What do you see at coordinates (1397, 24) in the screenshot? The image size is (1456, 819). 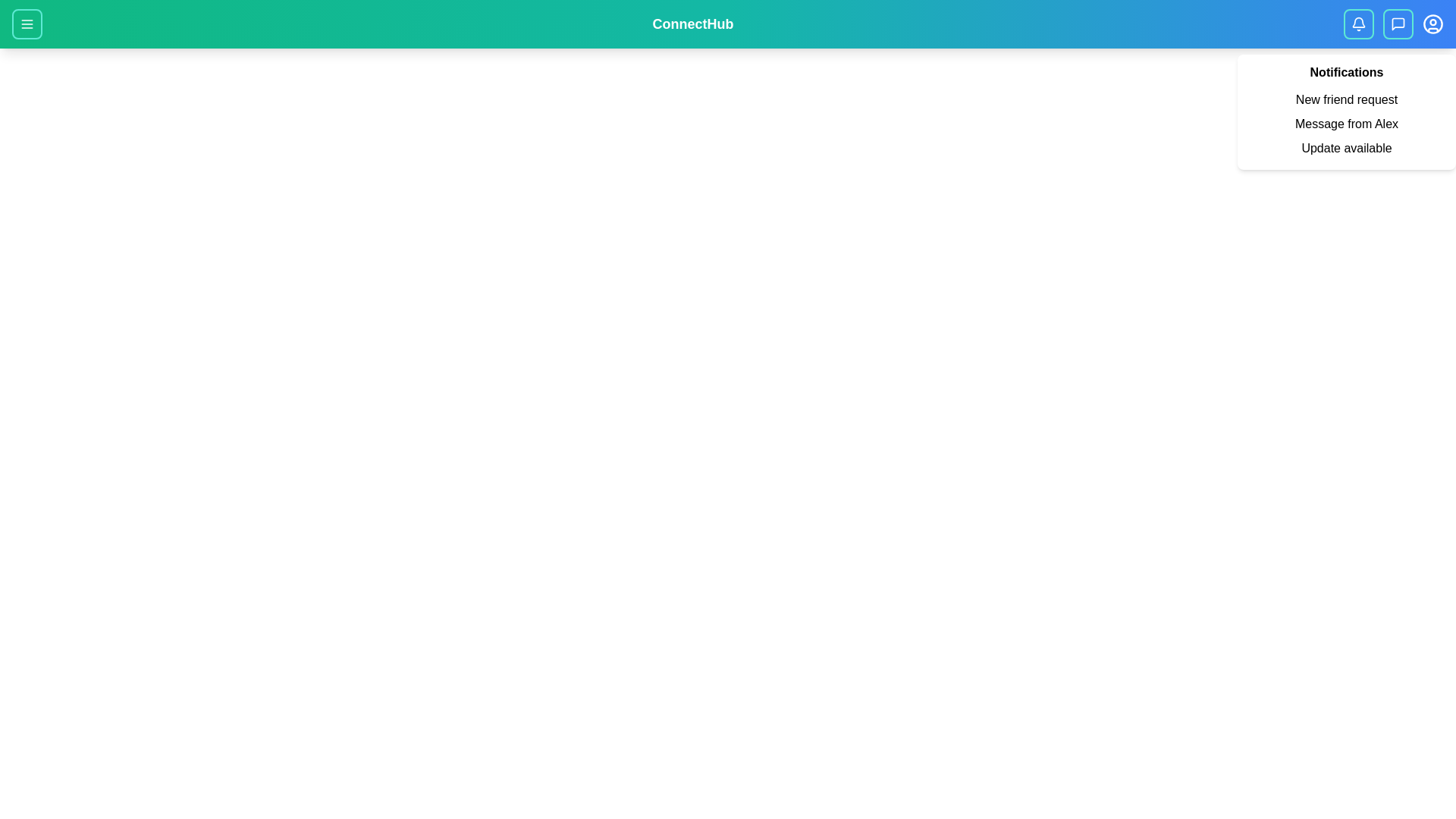 I see `the messaging button to open the messaging interface` at bounding box center [1397, 24].